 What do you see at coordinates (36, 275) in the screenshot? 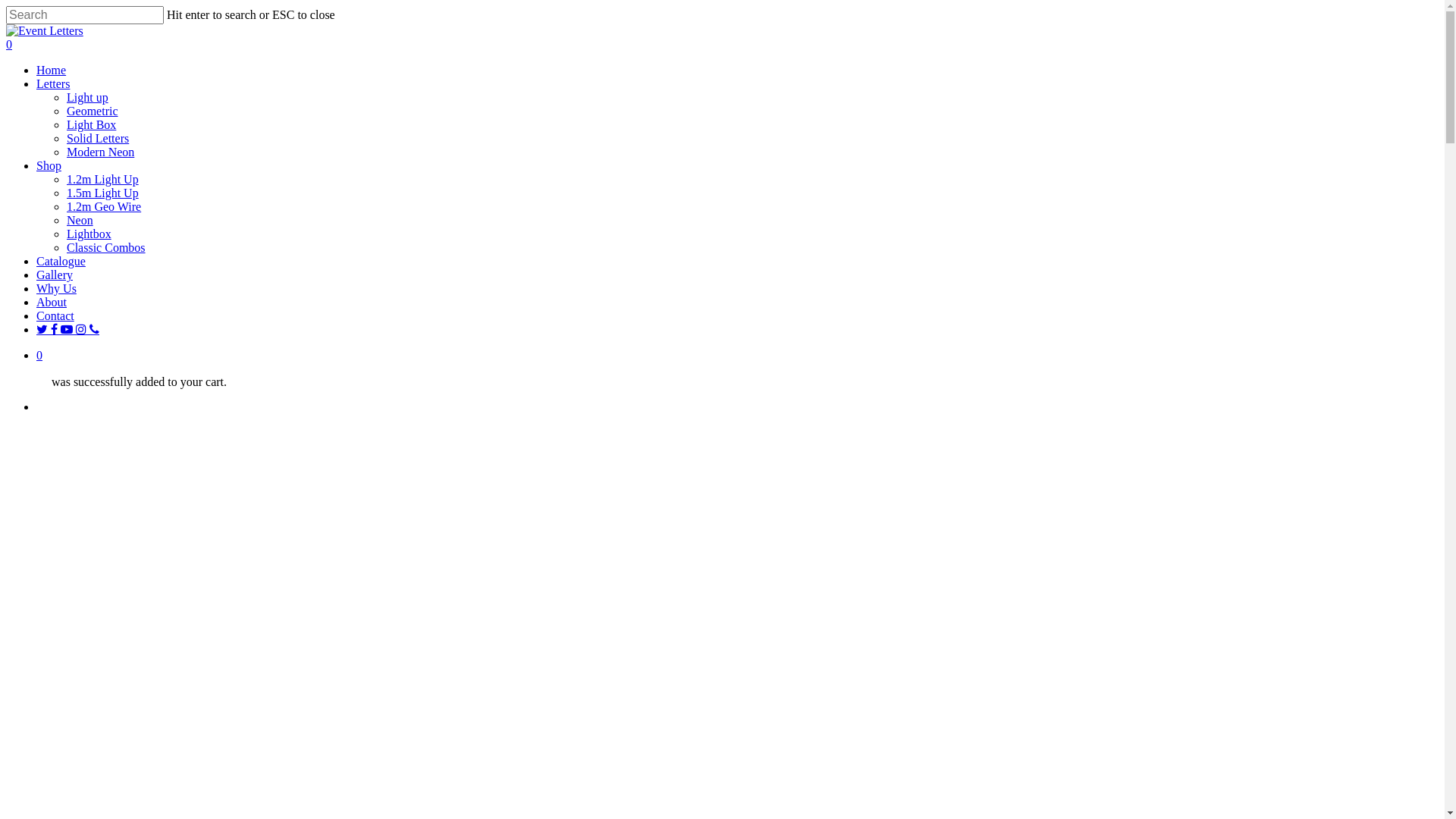
I see `'Gallery'` at bounding box center [36, 275].